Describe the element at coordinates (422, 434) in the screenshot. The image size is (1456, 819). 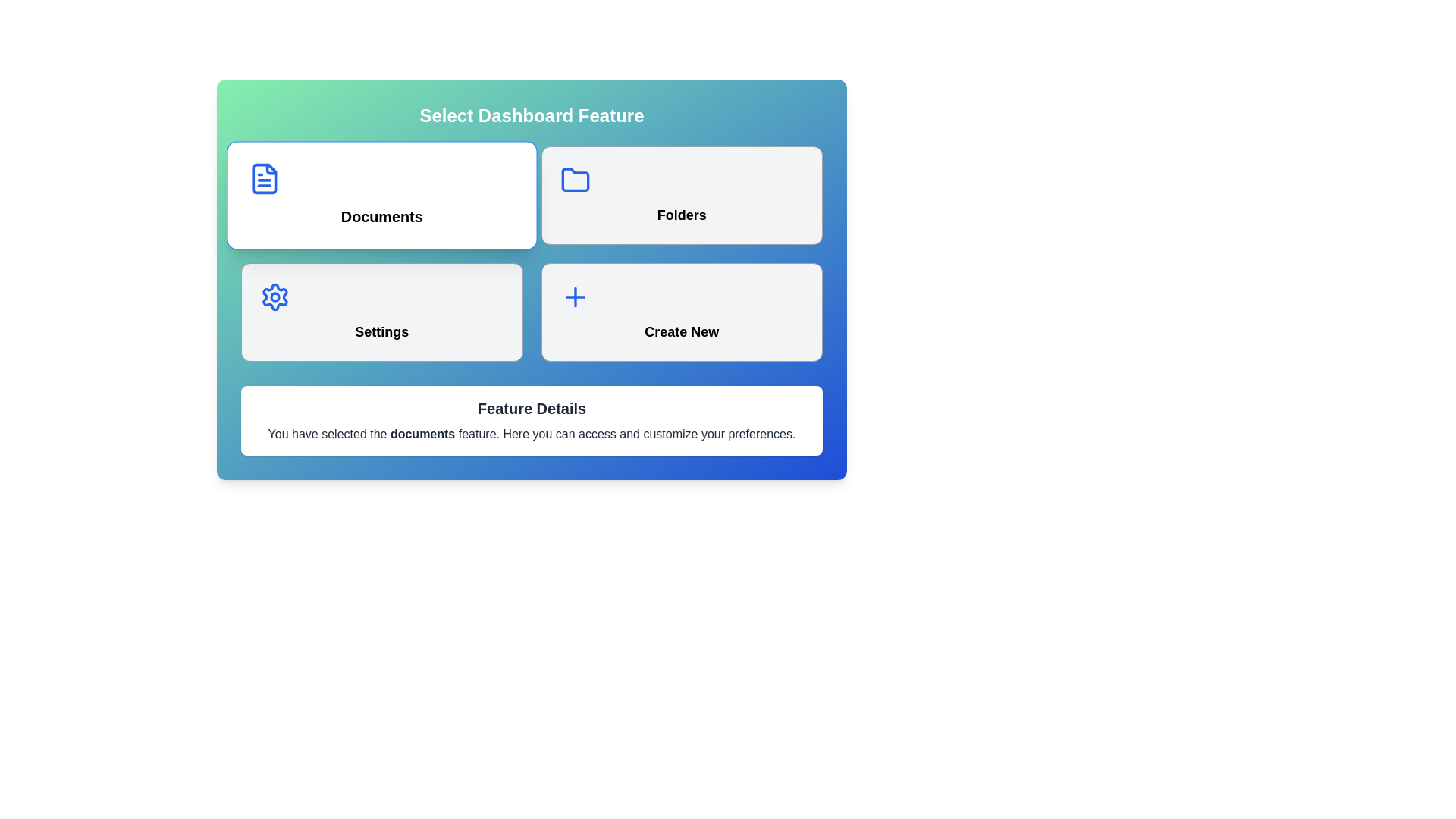
I see `the 'documents' feature by selecting the associated feature it describes in the Feature Details section` at that location.